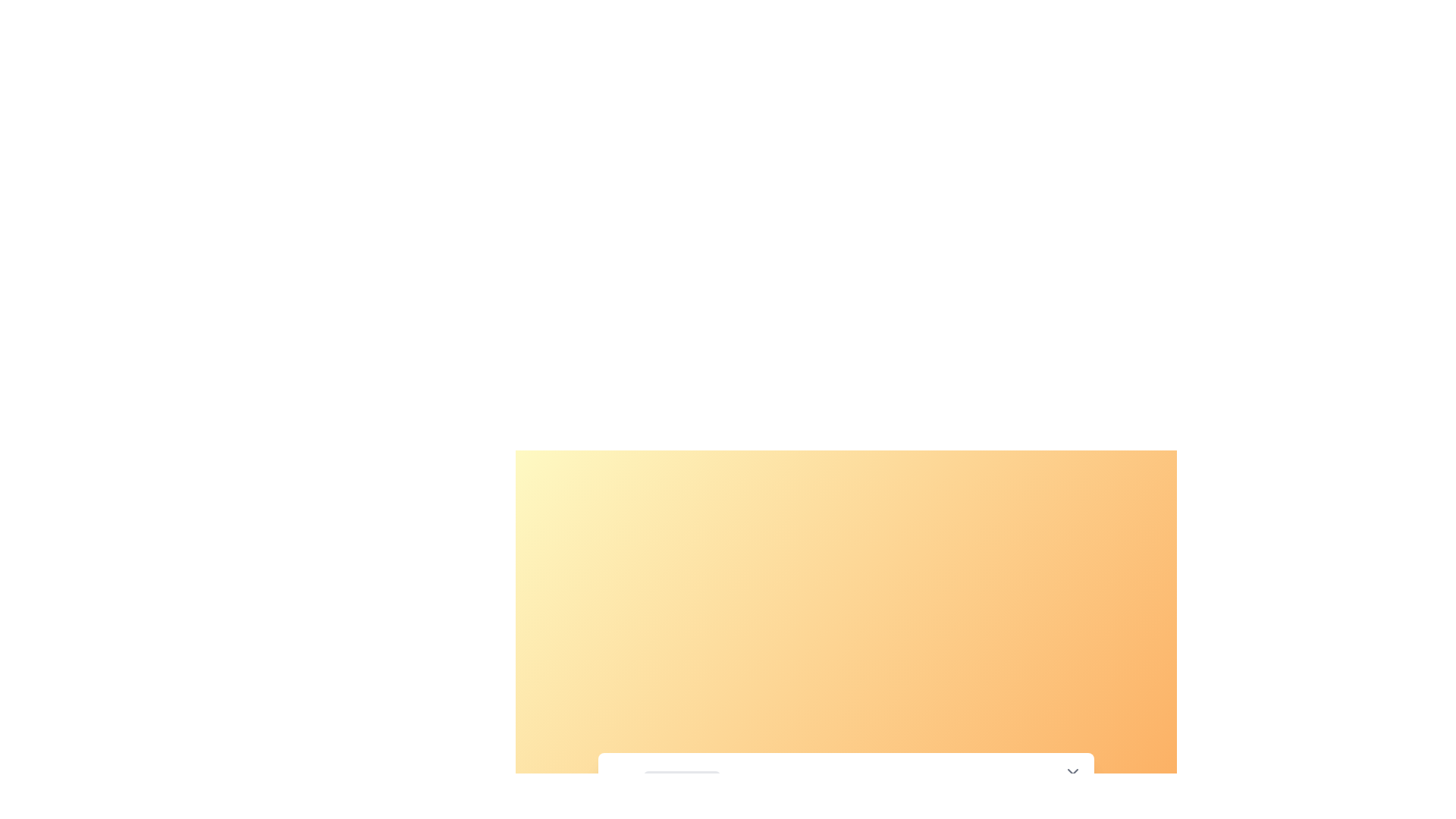  I want to click on the close button to close the dialog, so click(1072, 773).